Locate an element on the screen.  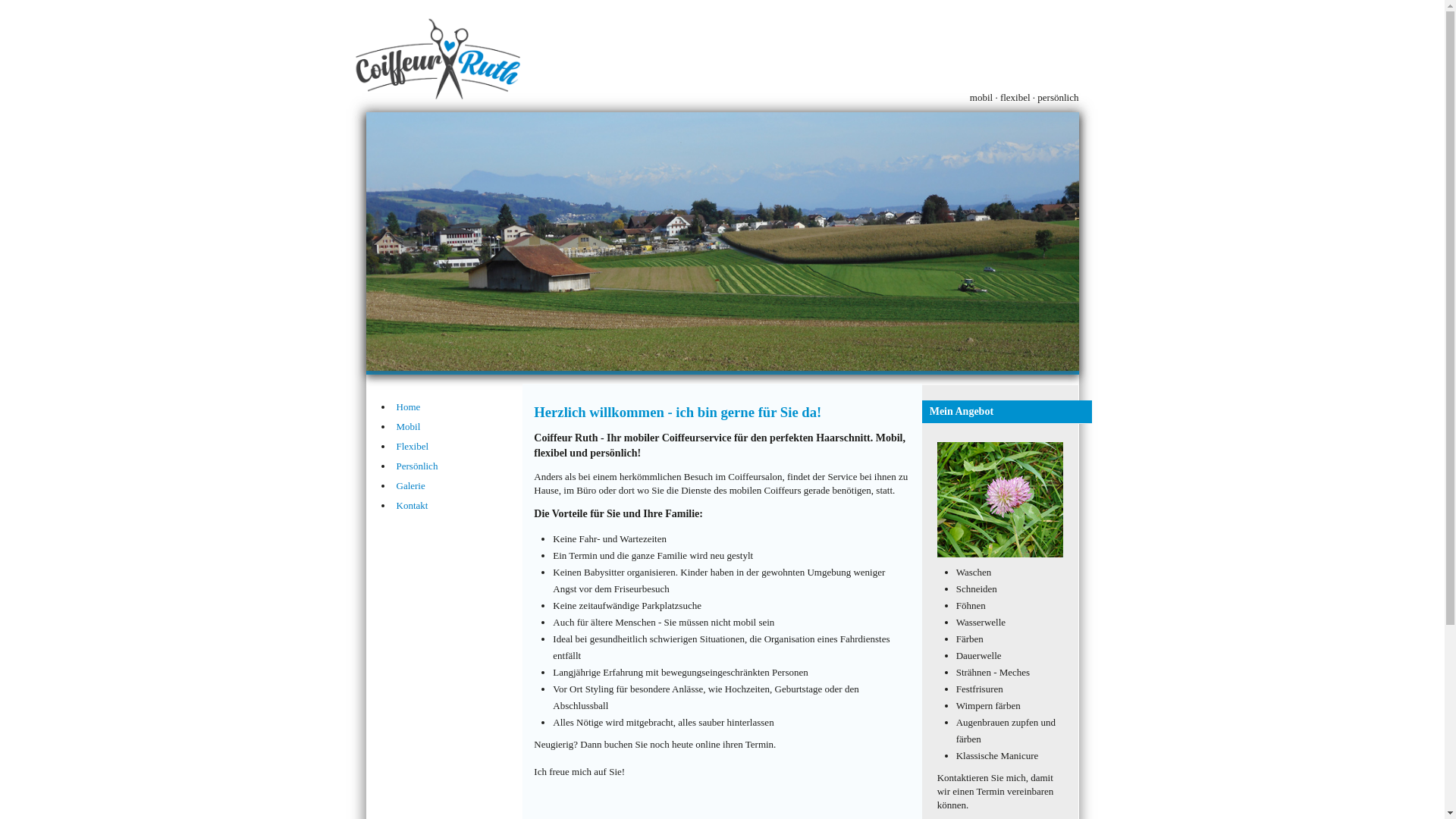
'Coiffeur Ruth' is located at coordinates (720, 240).